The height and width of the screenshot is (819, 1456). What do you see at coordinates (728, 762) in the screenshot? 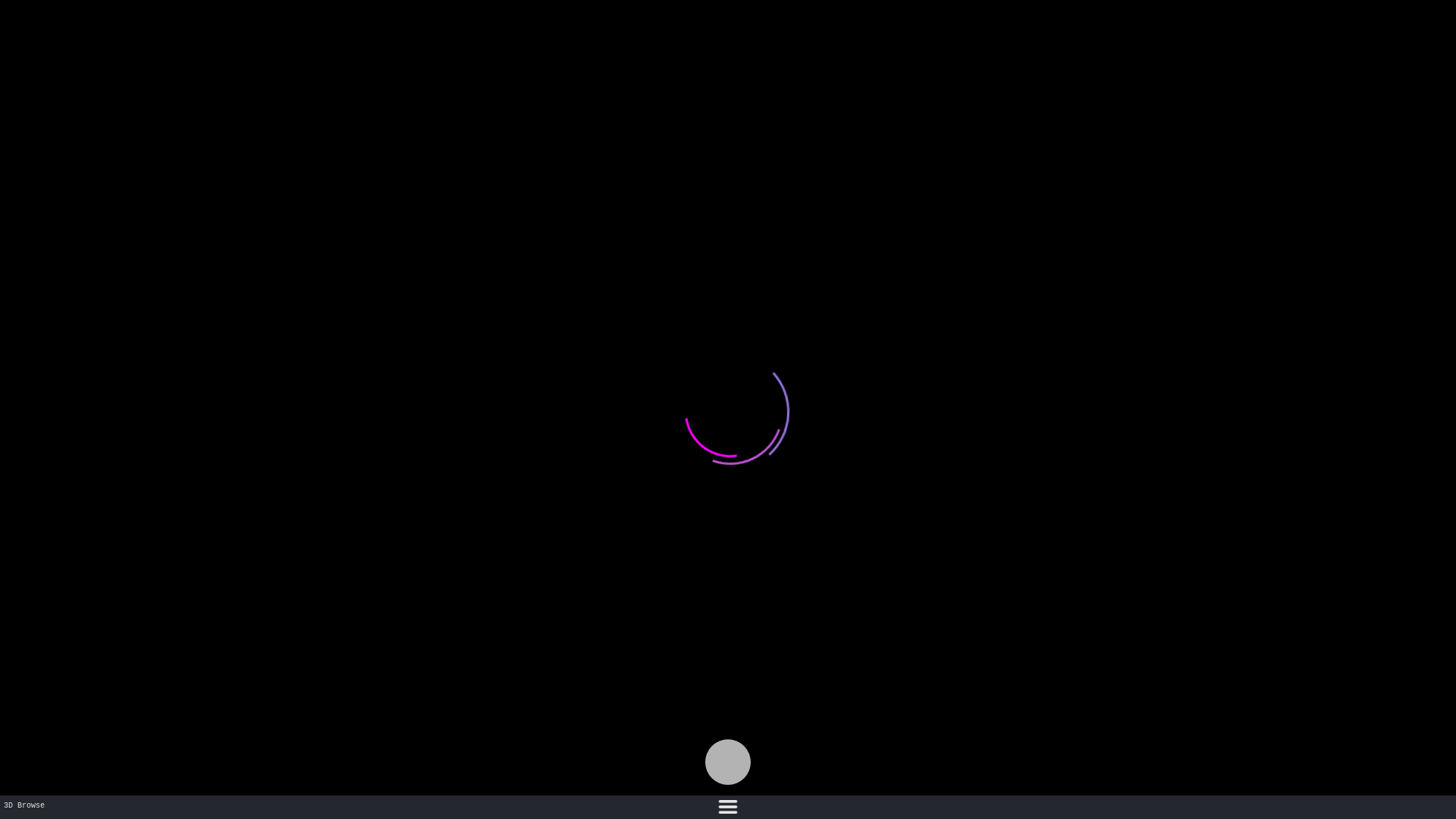
I see `'0'` at bounding box center [728, 762].